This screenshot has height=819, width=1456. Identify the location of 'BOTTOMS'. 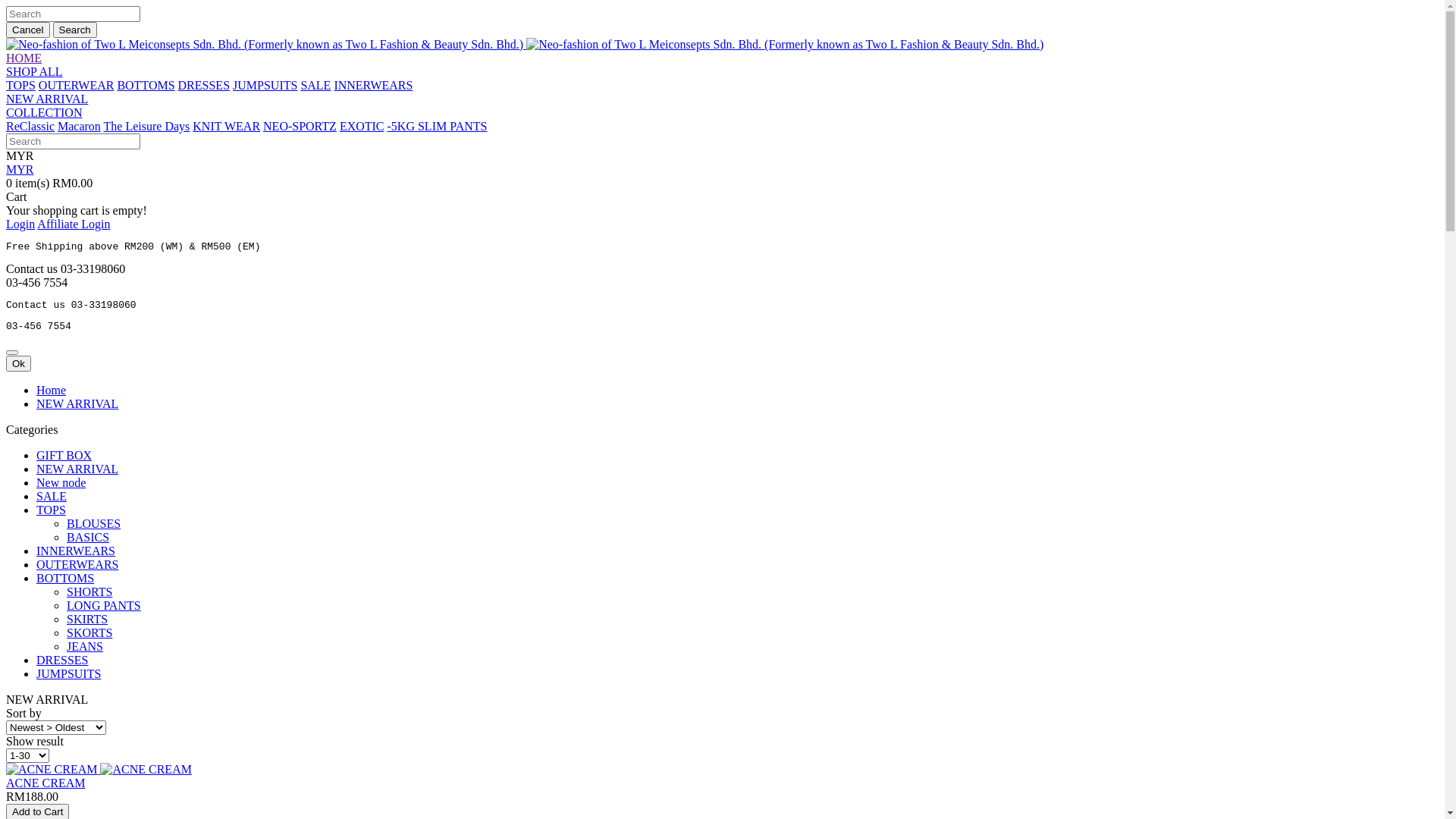
(64, 578).